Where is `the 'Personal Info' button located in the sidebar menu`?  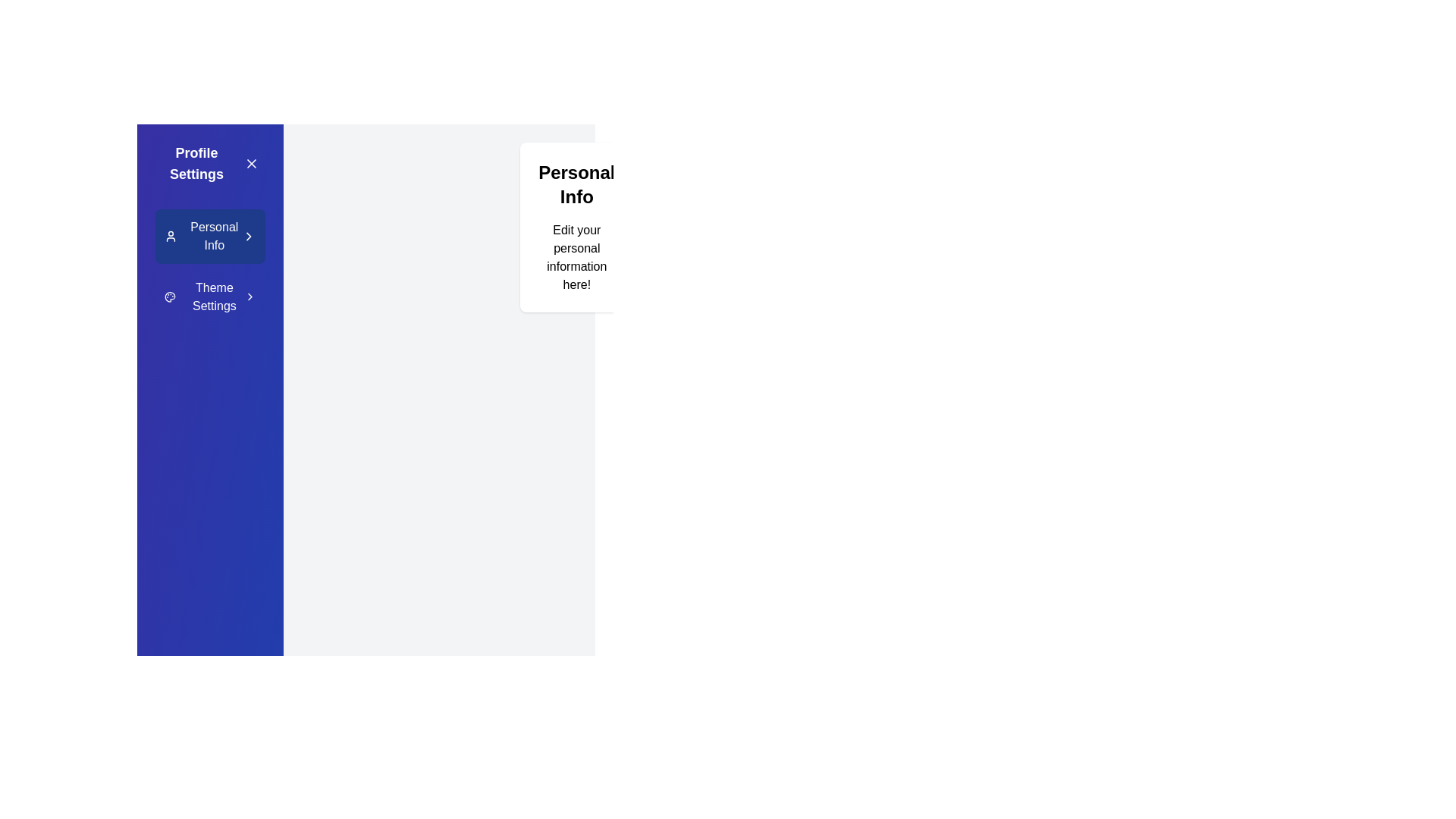
the 'Personal Info' button located in the sidebar menu is located at coordinates (209, 237).